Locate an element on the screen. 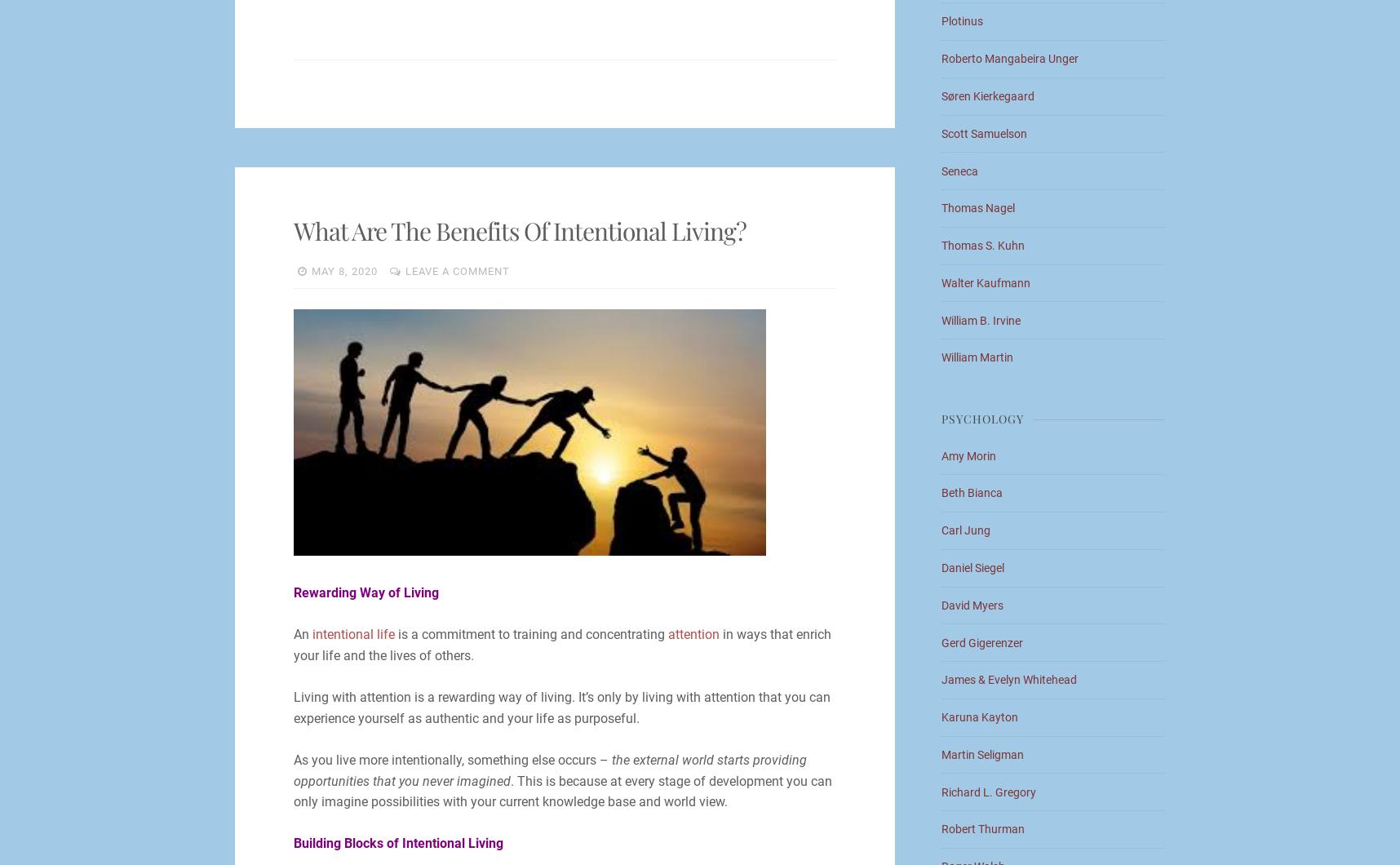  'is a commitment to training and concentrating' is located at coordinates (530, 633).